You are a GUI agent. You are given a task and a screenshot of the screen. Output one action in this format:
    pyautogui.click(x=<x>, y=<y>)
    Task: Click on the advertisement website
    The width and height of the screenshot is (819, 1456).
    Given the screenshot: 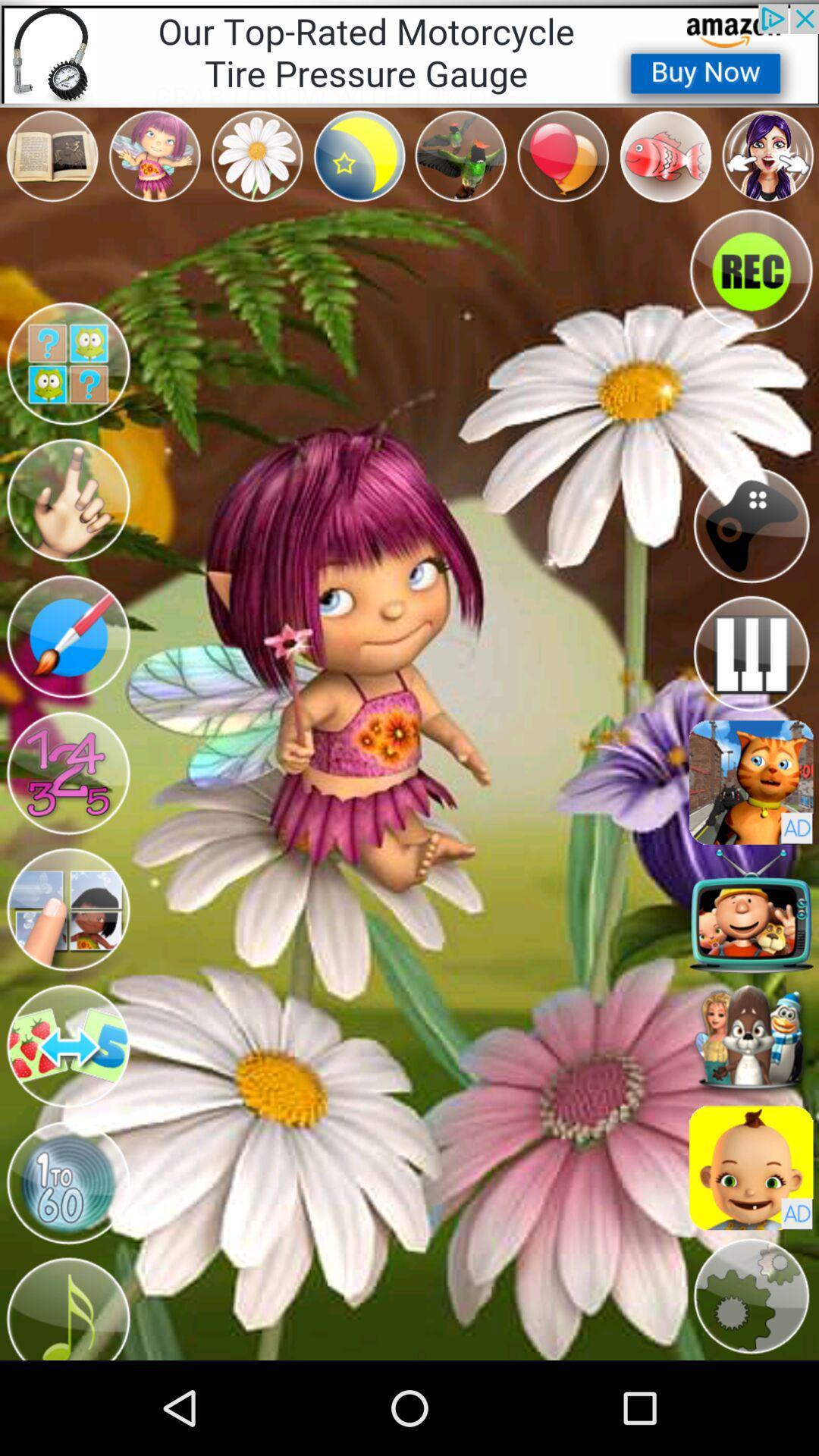 What is the action you would take?
    pyautogui.click(x=751, y=783)
    